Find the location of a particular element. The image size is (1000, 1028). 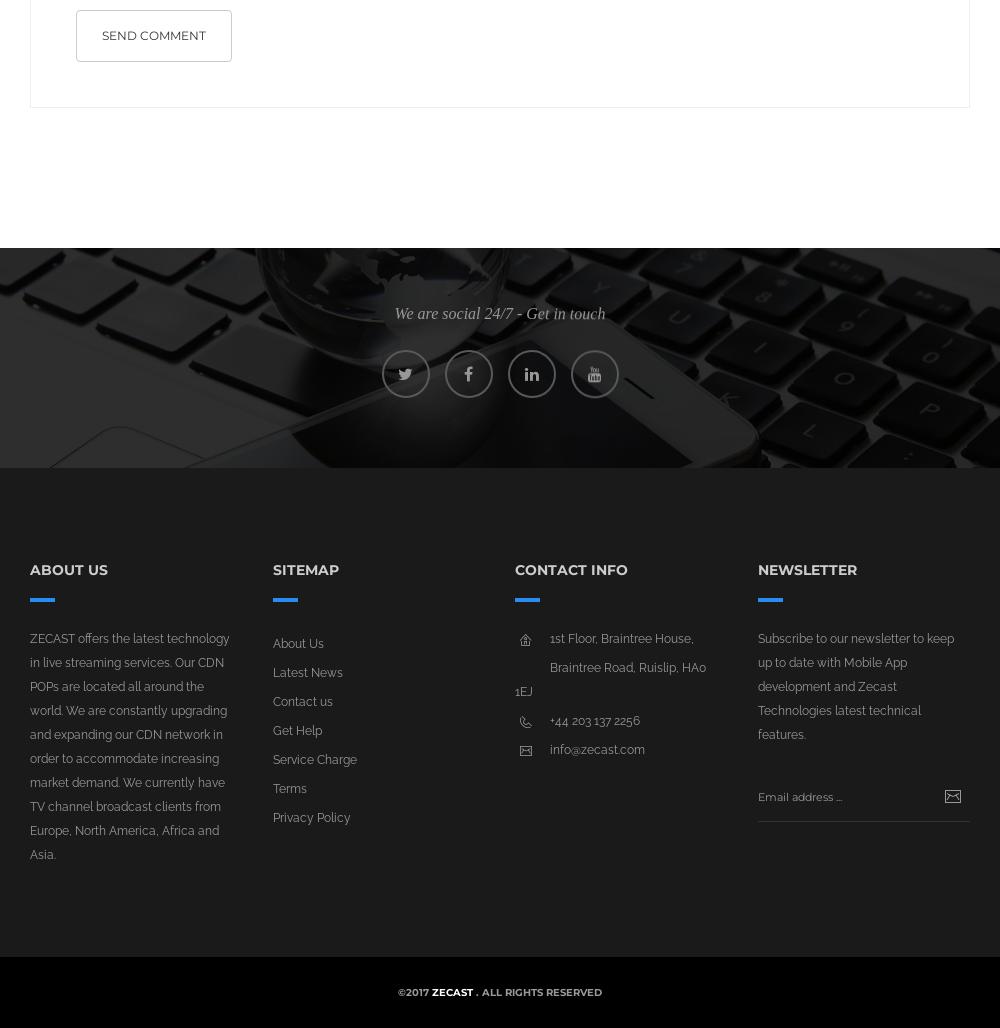

'Service Charge' is located at coordinates (313, 759).